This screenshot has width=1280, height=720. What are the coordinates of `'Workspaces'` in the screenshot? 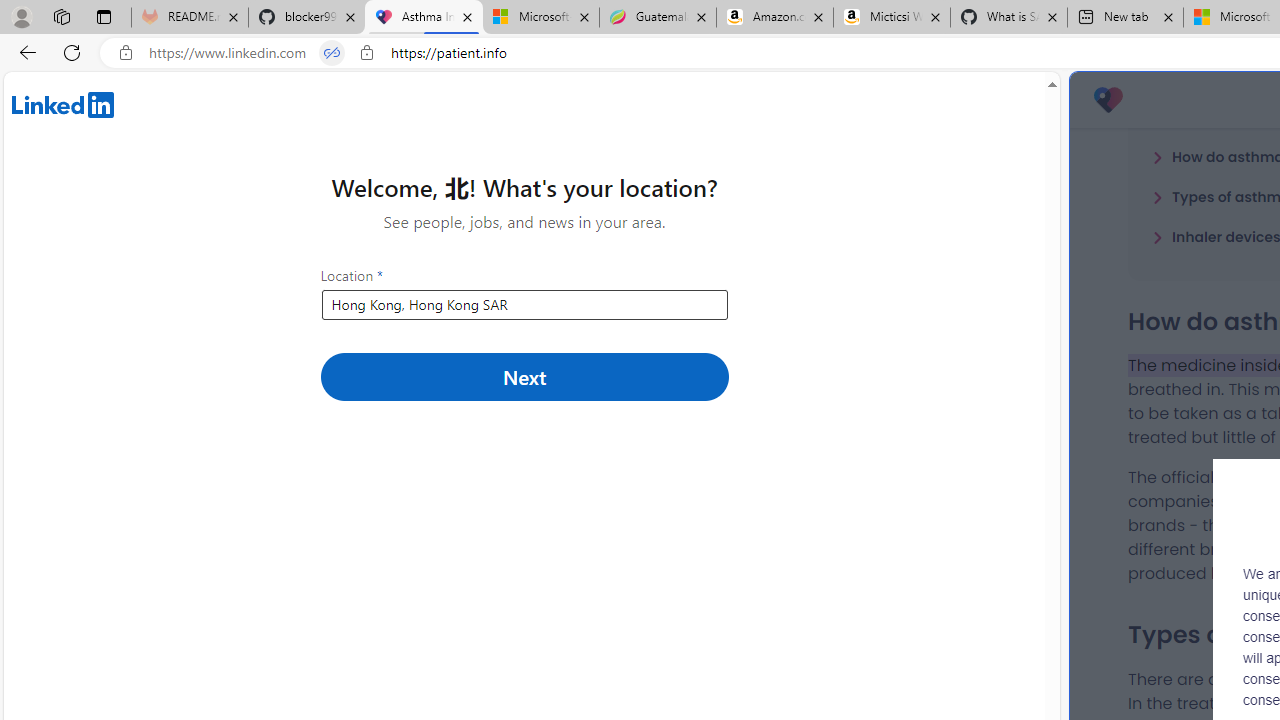 It's located at (61, 16).